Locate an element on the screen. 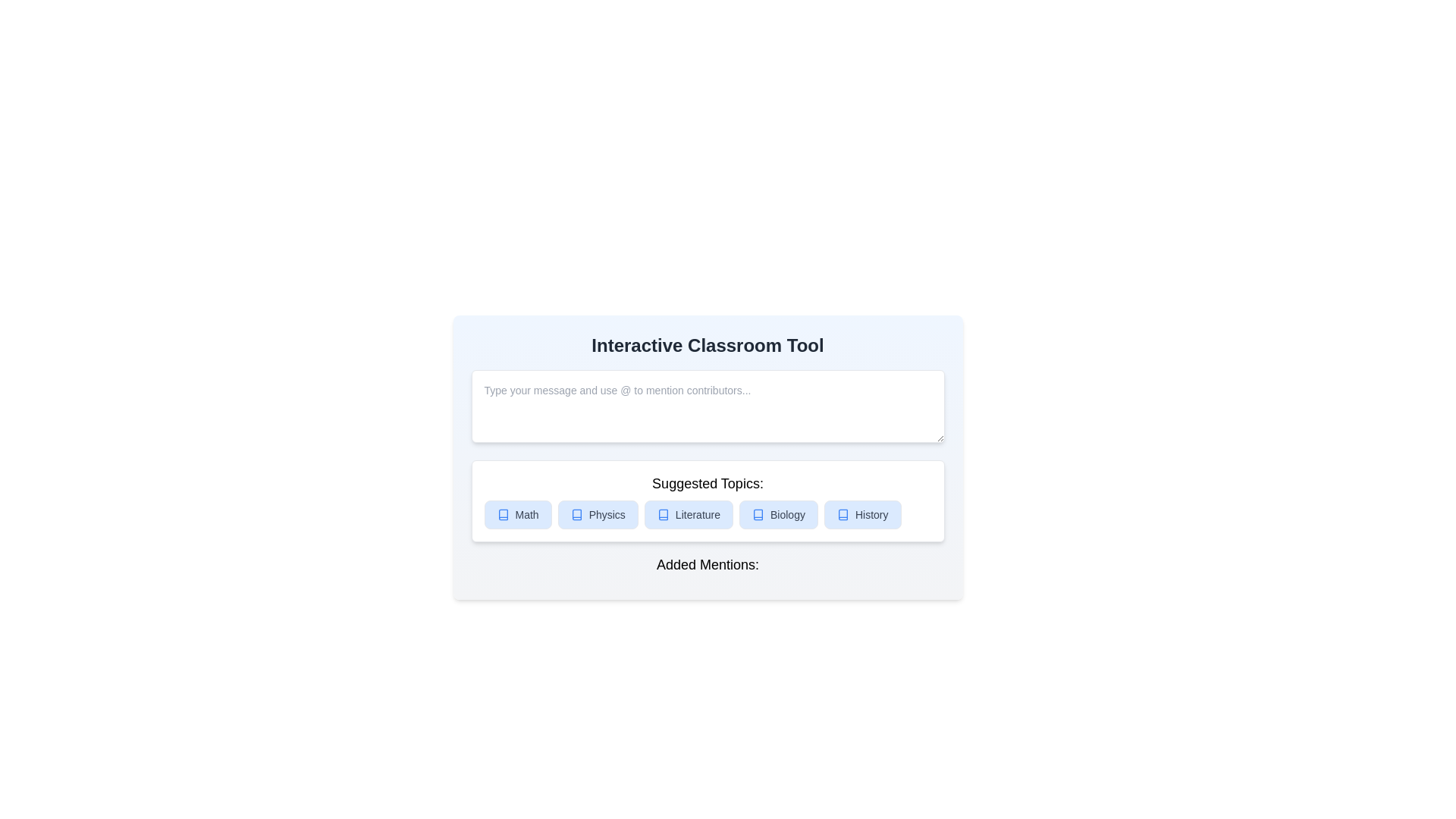 Image resolution: width=1456 pixels, height=819 pixels. the visual cue provided by the 'Biology' topic icon, which is the fourth button from the left in the bottom section of the interface is located at coordinates (758, 513).